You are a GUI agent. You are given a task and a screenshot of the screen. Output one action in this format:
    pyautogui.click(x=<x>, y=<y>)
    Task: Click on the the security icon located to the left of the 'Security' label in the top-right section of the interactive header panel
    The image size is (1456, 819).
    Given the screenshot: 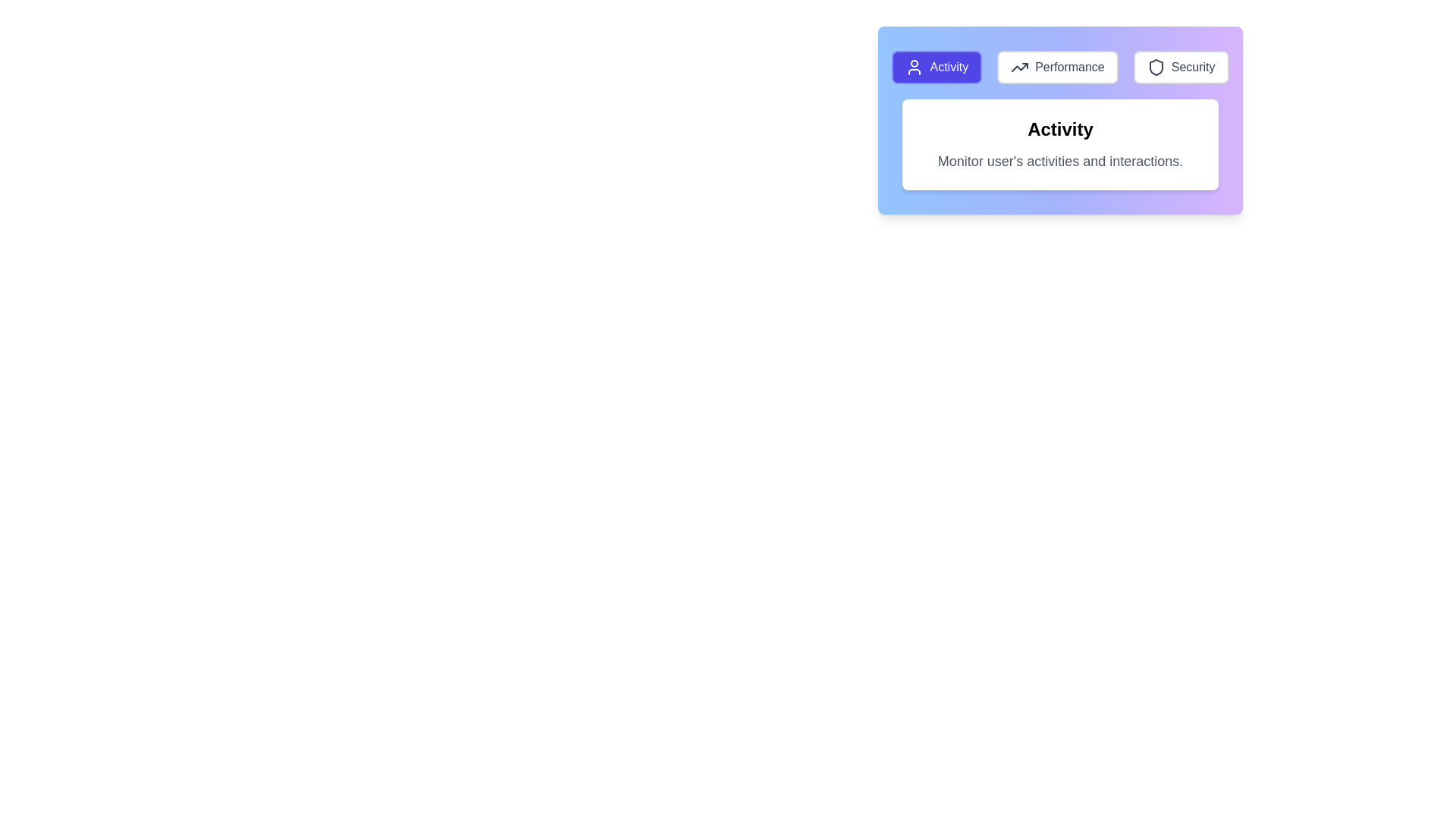 What is the action you would take?
    pyautogui.click(x=1155, y=66)
    